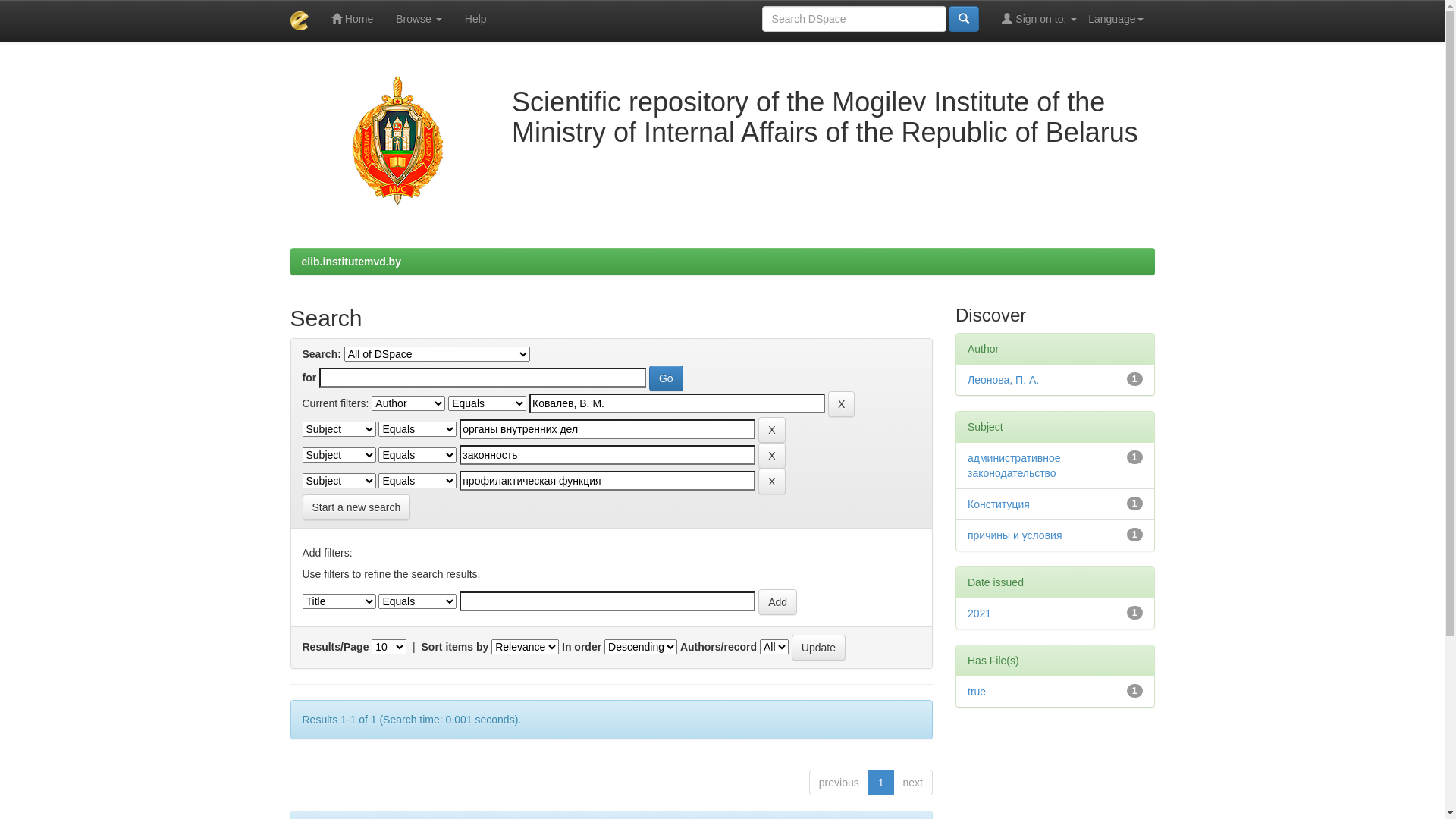 The width and height of the screenshot is (1456, 819). What do you see at coordinates (319, 18) in the screenshot?
I see `'Home'` at bounding box center [319, 18].